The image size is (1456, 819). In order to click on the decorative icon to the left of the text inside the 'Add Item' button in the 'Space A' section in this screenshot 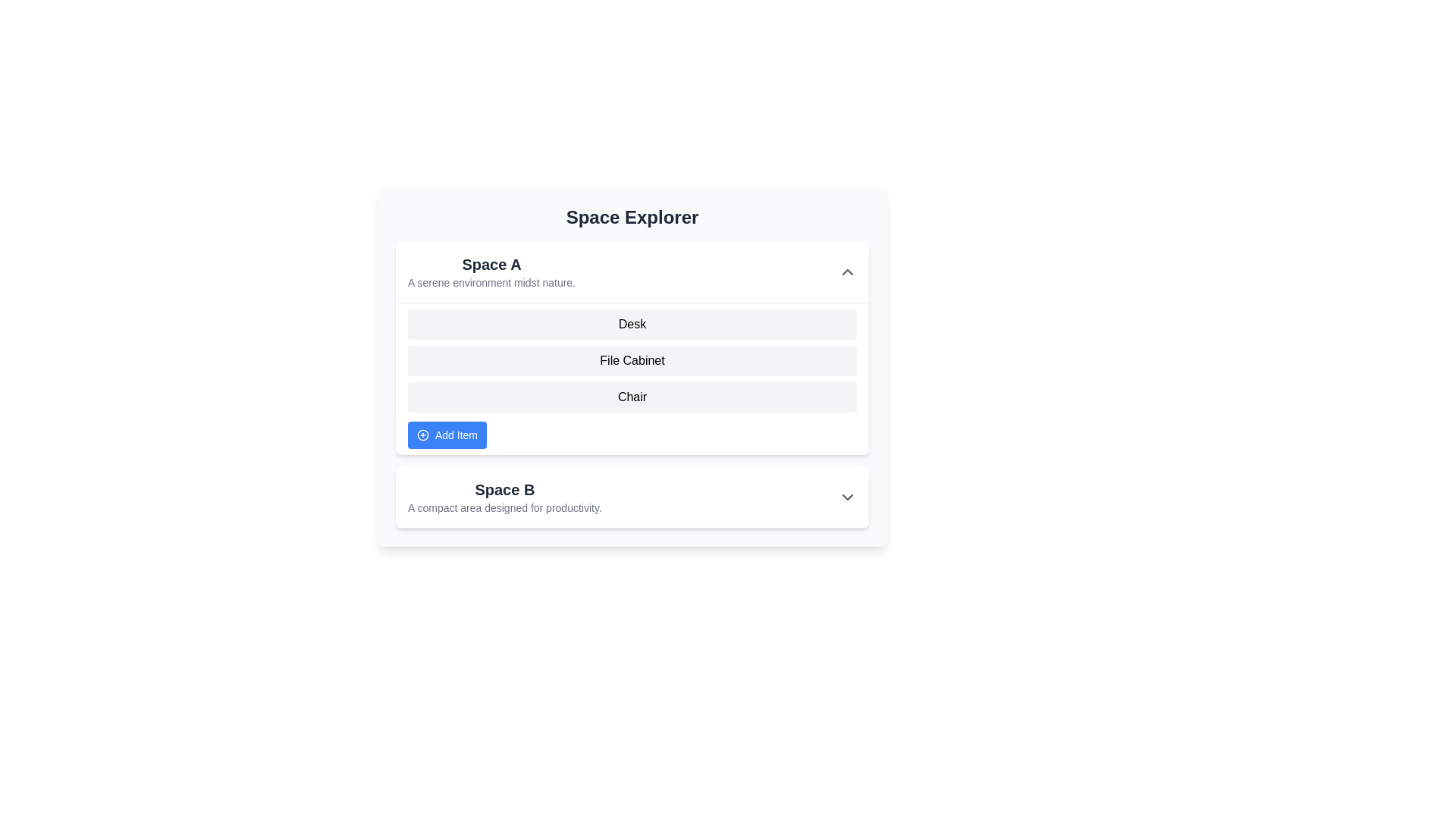, I will do `click(422, 435)`.